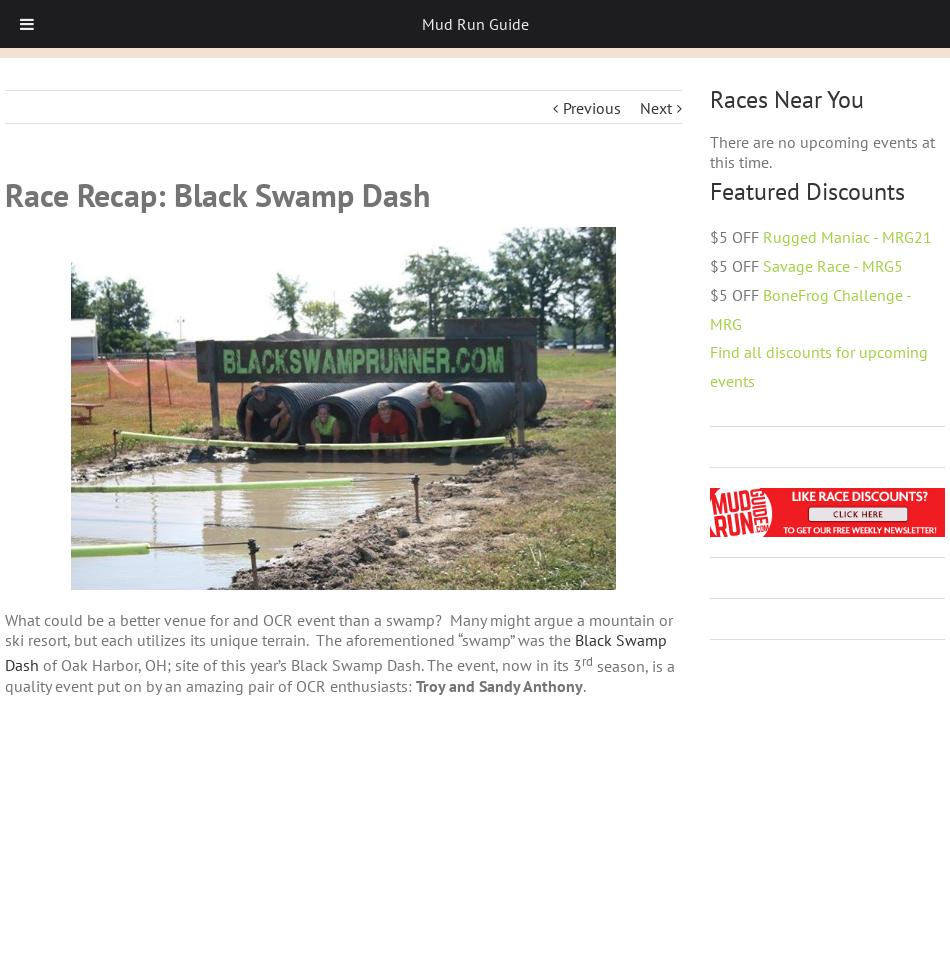 This screenshot has width=950, height=978. What do you see at coordinates (233, 665) in the screenshot?
I see `'of Oak Harbor, OH; site of this year’s Black Swamp Dash.'` at bounding box center [233, 665].